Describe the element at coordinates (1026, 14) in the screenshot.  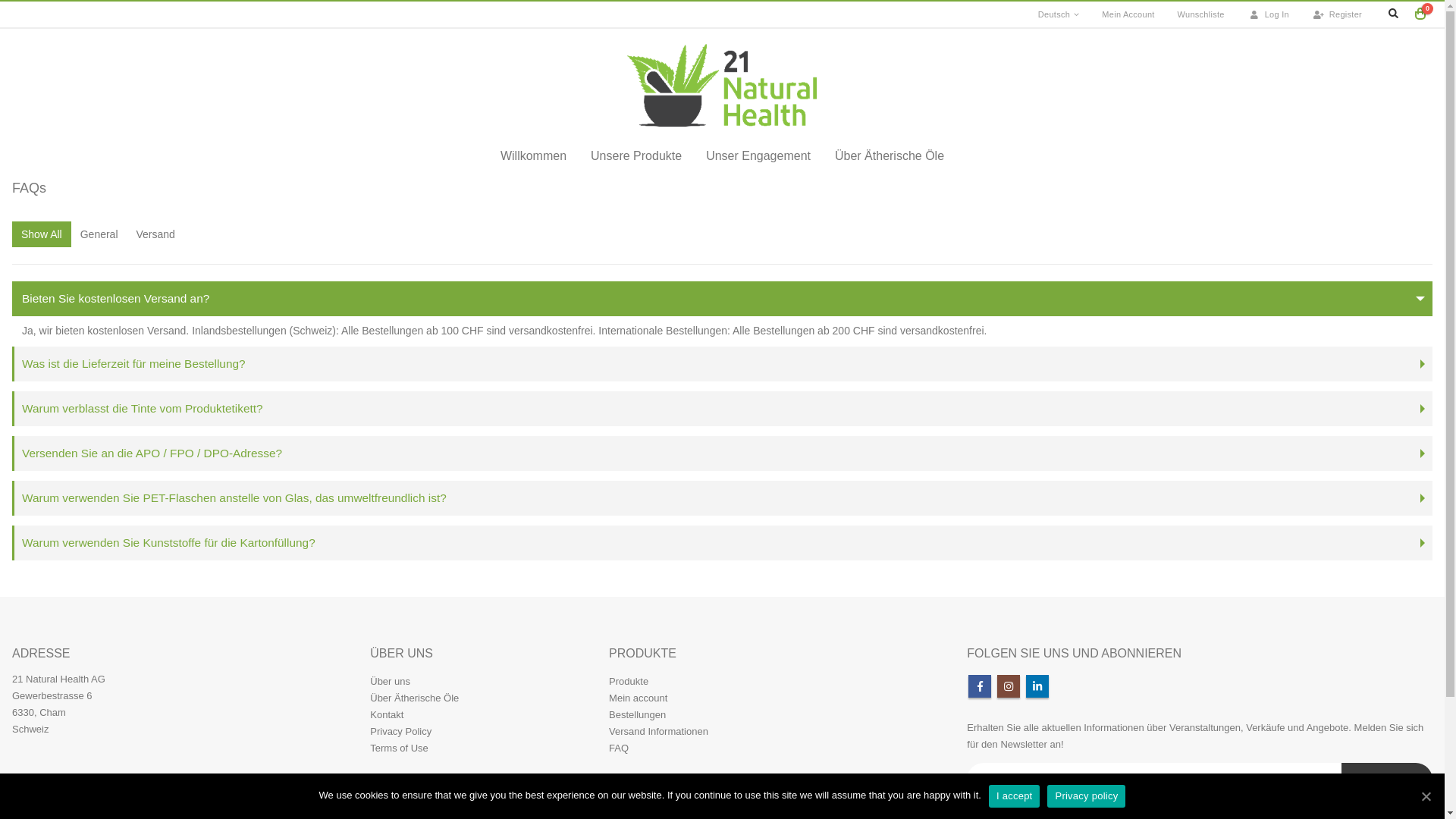
I see `'Deutsch'` at that location.